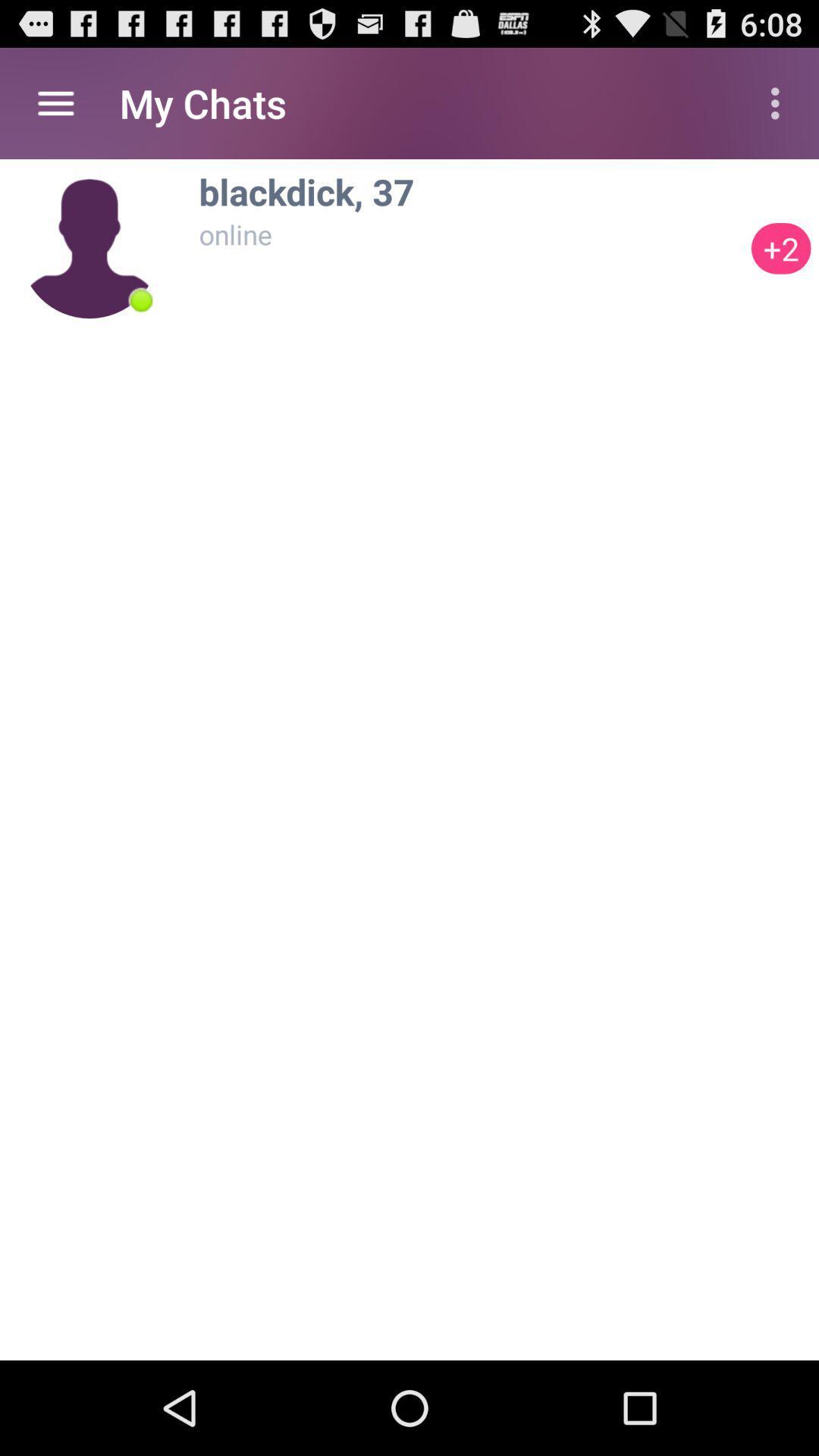 This screenshot has width=819, height=1456. I want to click on item below the my chats item, so click(141, 300).